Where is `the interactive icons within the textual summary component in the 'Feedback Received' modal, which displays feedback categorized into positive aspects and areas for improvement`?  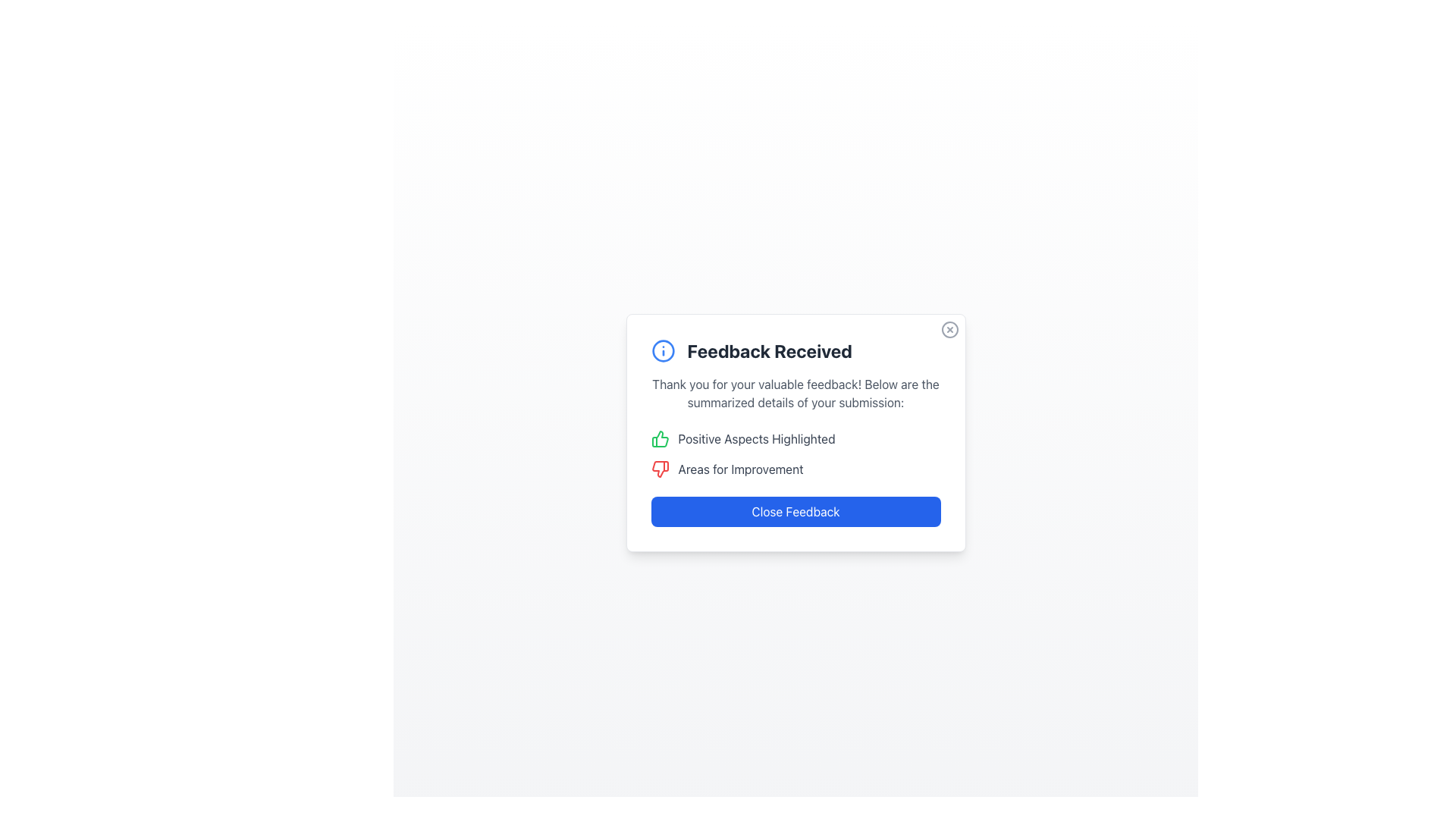
the interactive icons within the textual summary component in the 'Feedback Received' modal, which displays feedback categorized into positive aspects and areas for improvement is located at coordinates (795, 453).